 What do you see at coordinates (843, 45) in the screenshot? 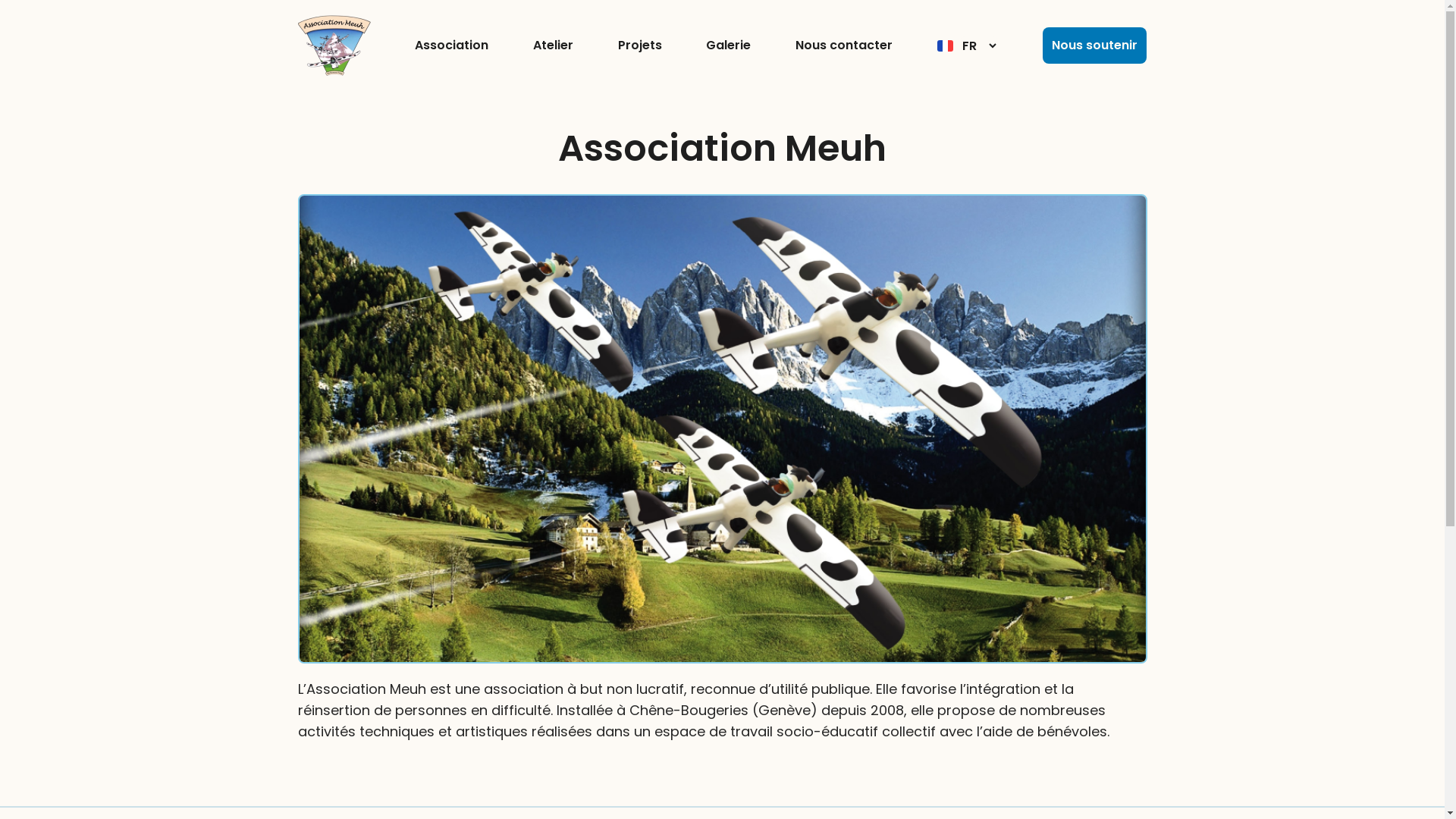
I see `'Nous contacter'` at bounding box center [843, 45].